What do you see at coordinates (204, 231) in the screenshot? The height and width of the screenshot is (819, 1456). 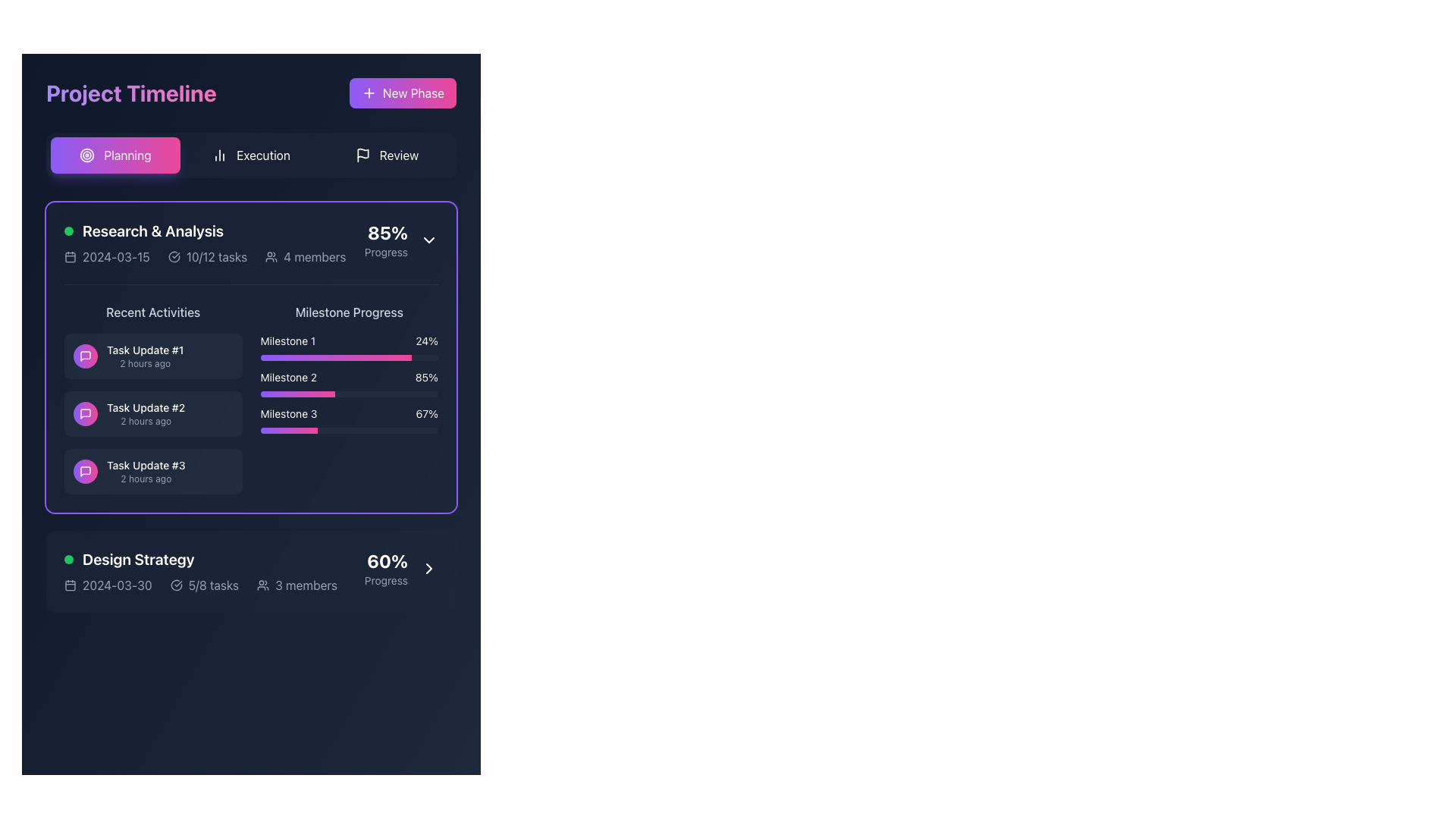 I see `the 'Research & Analysis' label, which is a rectangular label containing white text on a dark blue background` at bounding box center [204, 231].